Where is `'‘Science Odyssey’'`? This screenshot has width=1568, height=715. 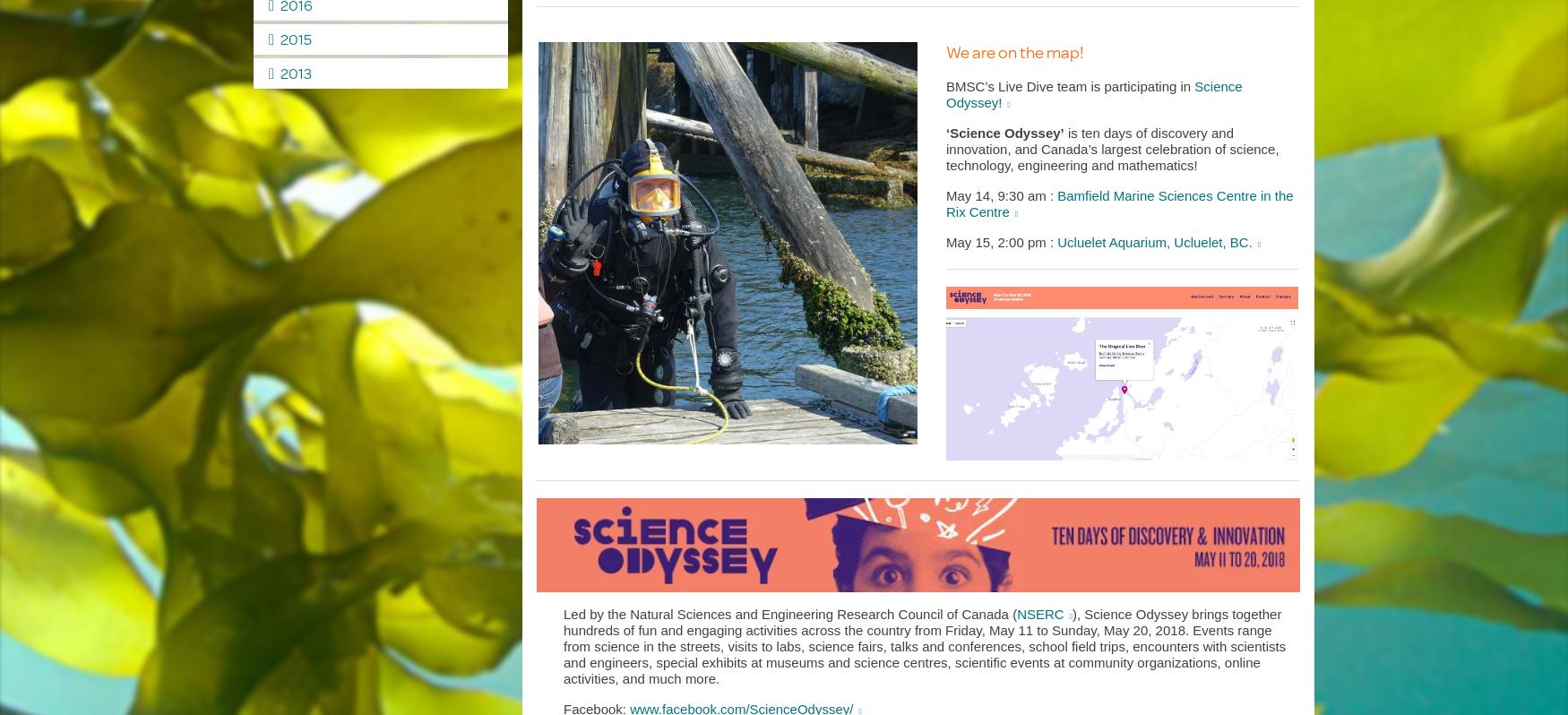
'‘Science Odyssey’' is located at coordinates (1004, 132).